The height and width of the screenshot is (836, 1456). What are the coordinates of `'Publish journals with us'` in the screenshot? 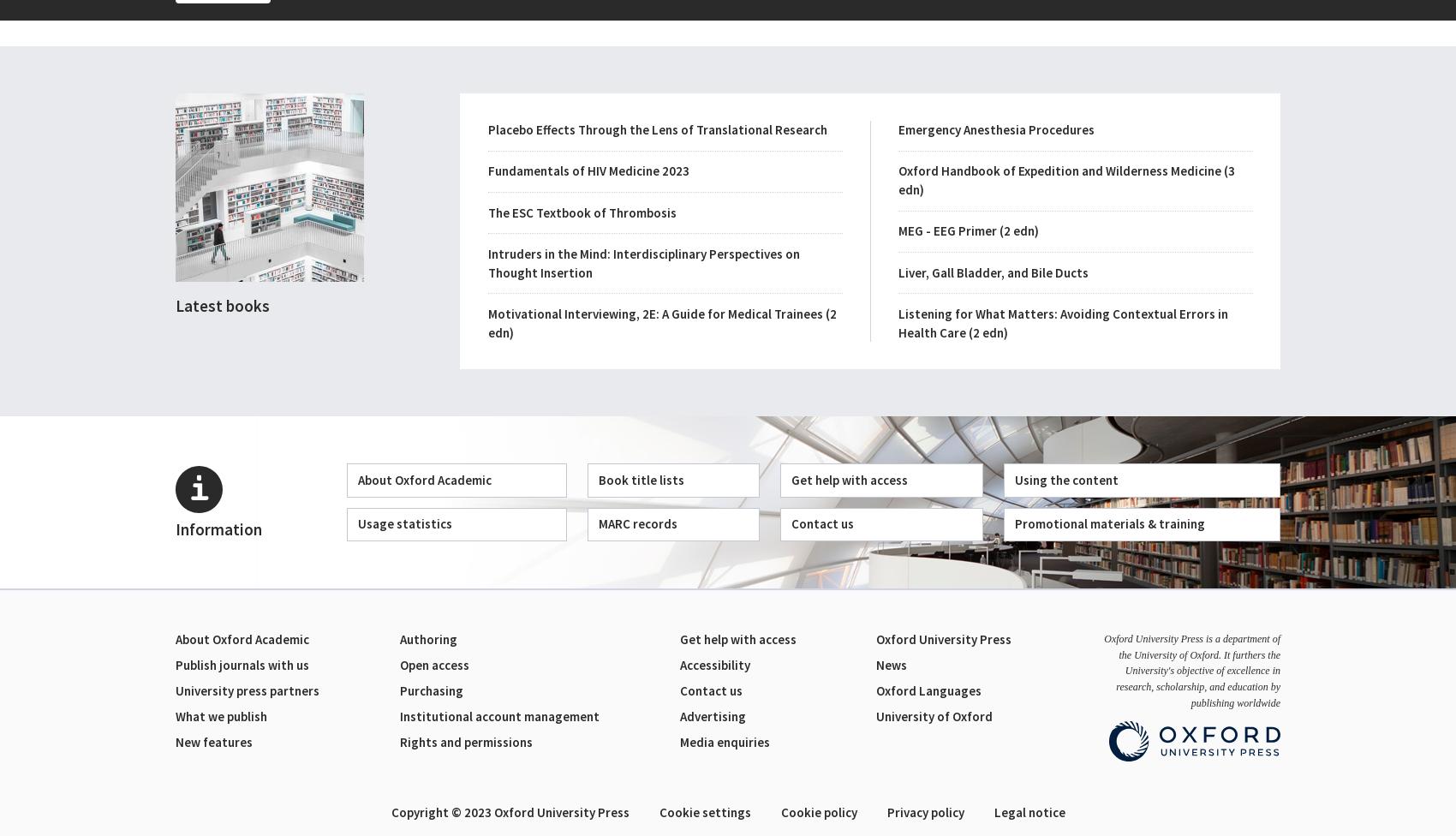 It's located at (242, 665).